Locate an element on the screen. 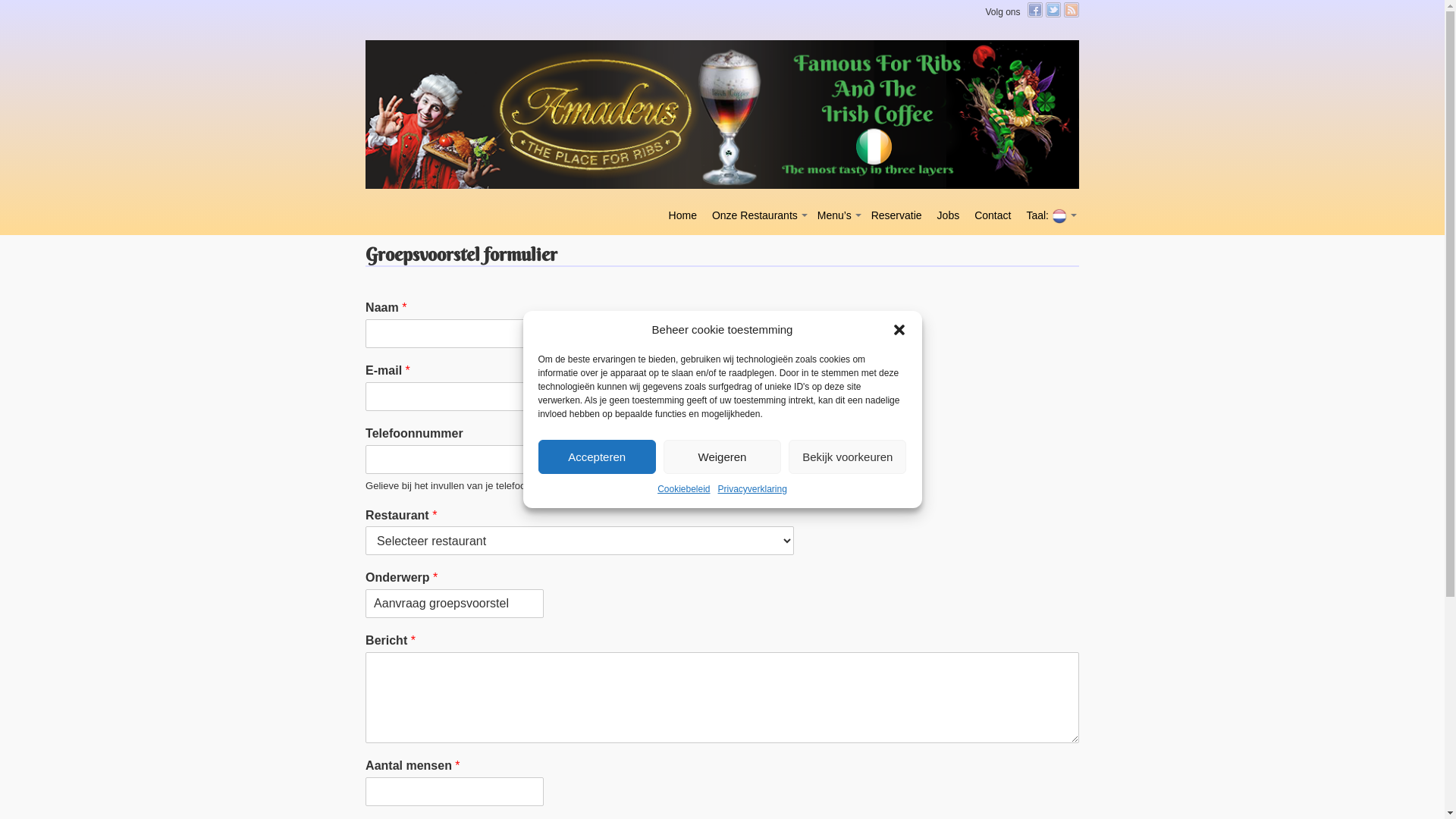  'Bekijk voorkeuren' is located at coordinates (846, 456).